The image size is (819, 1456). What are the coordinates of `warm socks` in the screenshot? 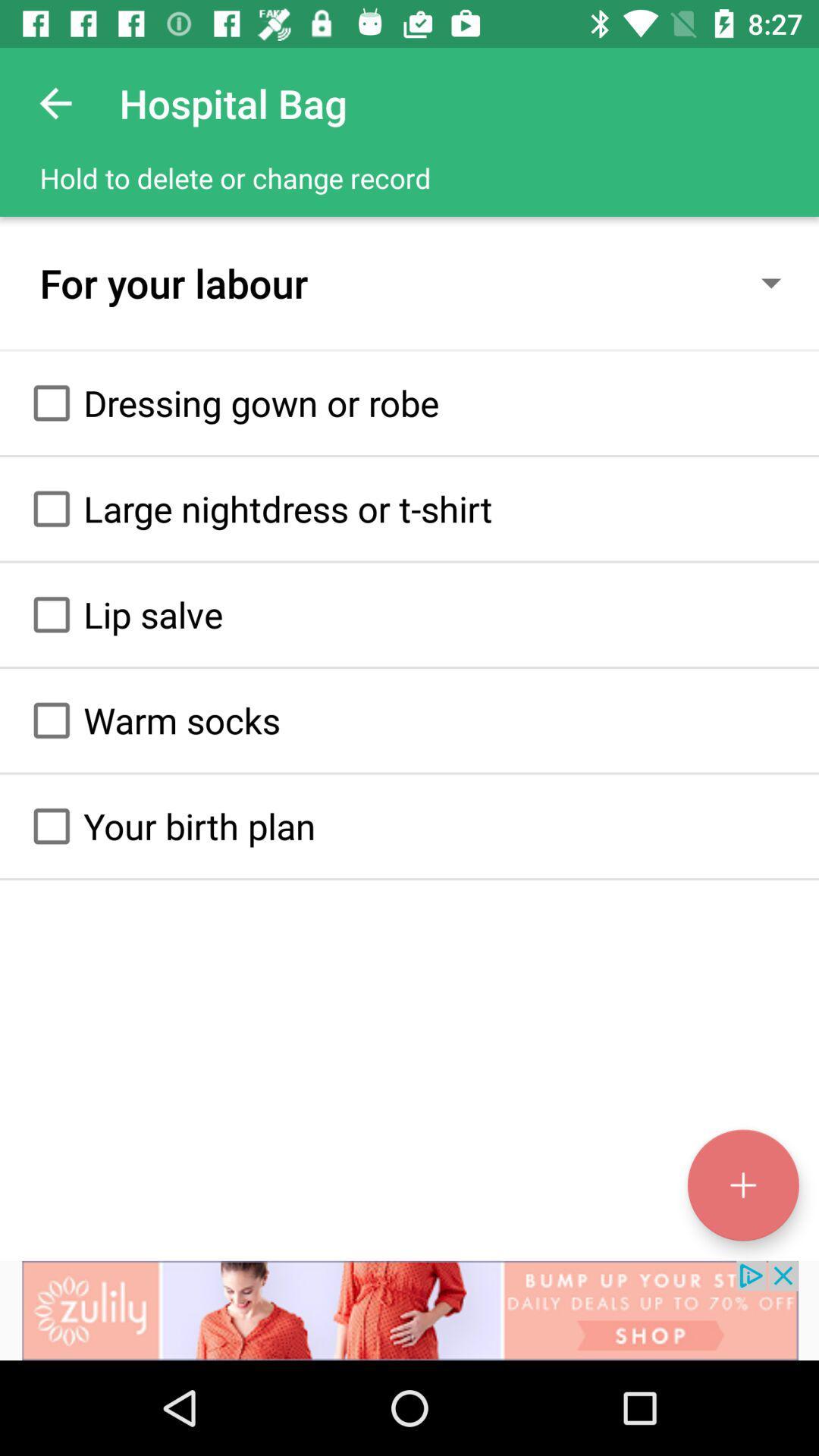 It's located at (51, 720).